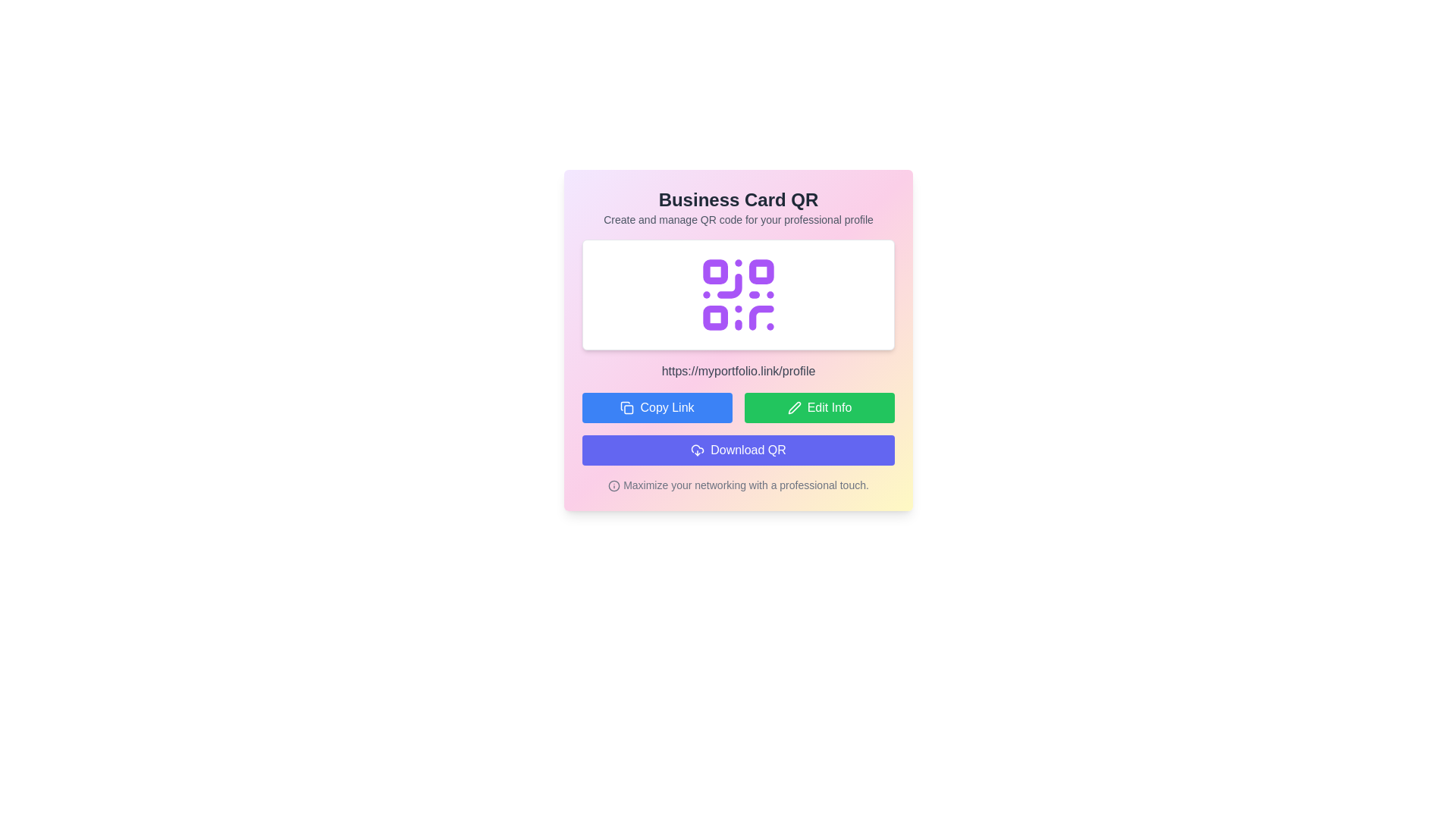 The image size is (1456, 819). I want to click on the 'Copy Link' button located in the top left section of a grid of buttons to observe the hover effect, so click(657, 406).